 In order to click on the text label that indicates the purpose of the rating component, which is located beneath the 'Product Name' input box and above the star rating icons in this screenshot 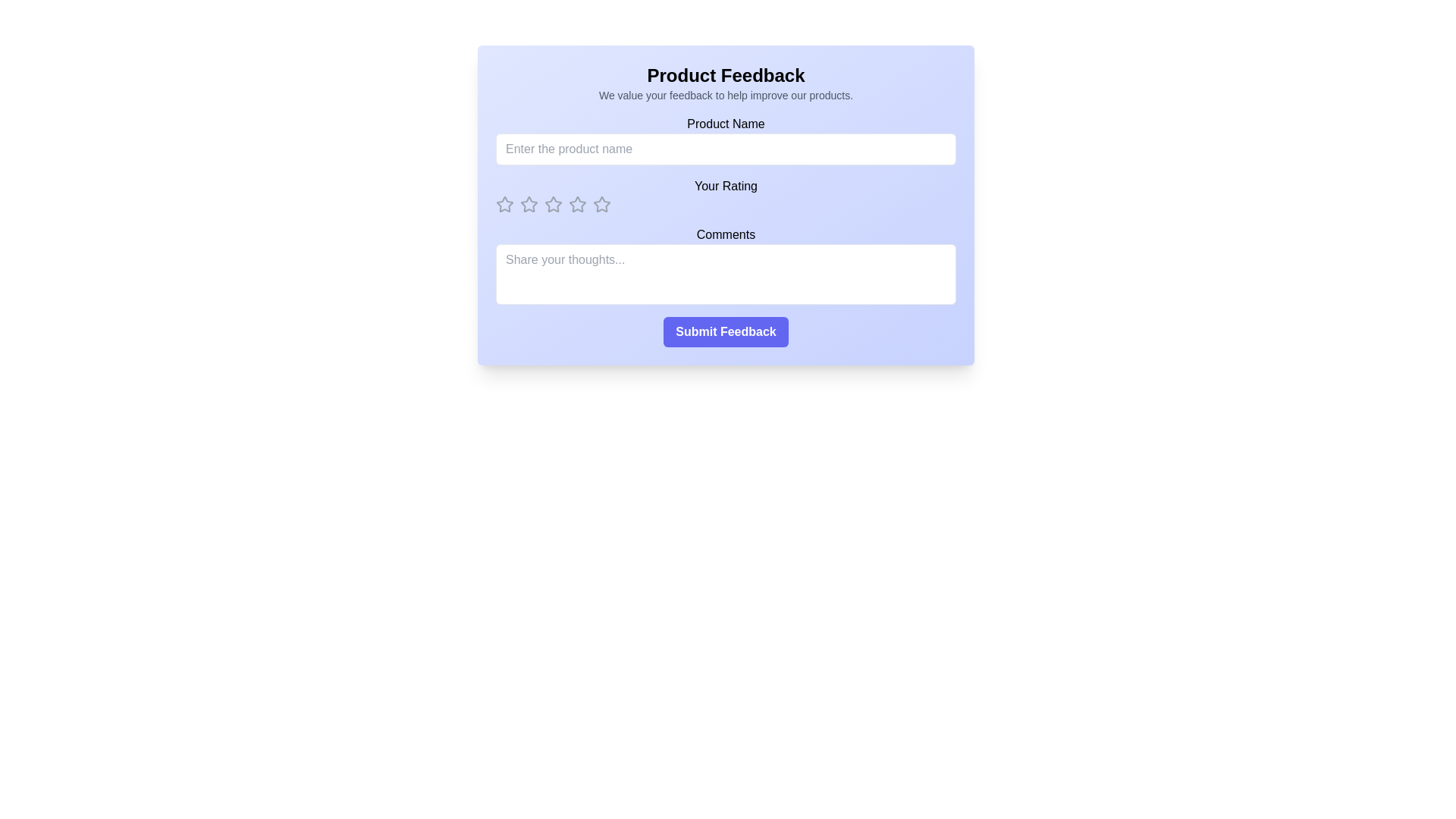, I will do `click(725, 186)`.